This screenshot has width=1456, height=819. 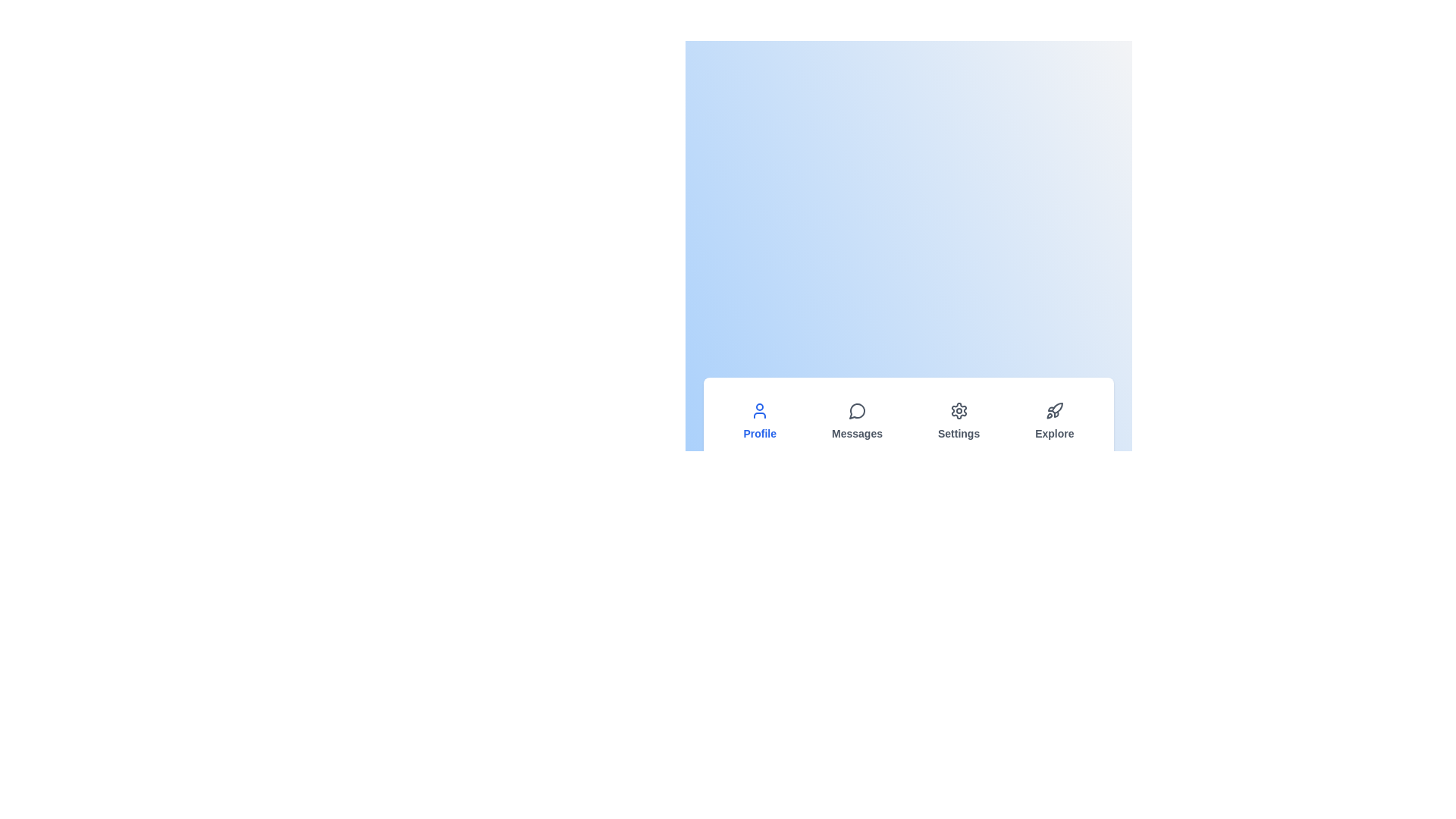 I want to click on the tab labeled Profile to observe the hover effect, so click(x=760, y=421).